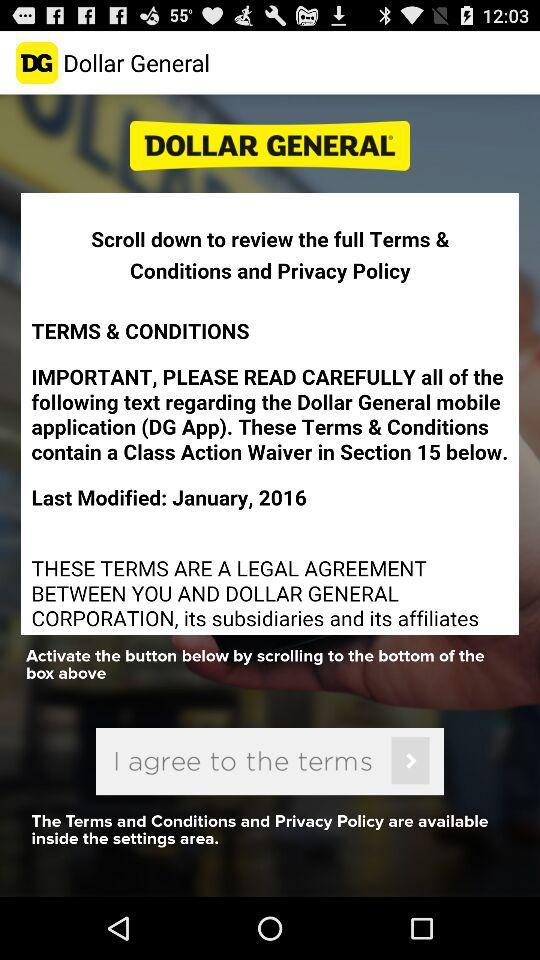 Image resolution: width=540 pixels, height=960 pixels. I want to click on agree terms, so click(270, 760).